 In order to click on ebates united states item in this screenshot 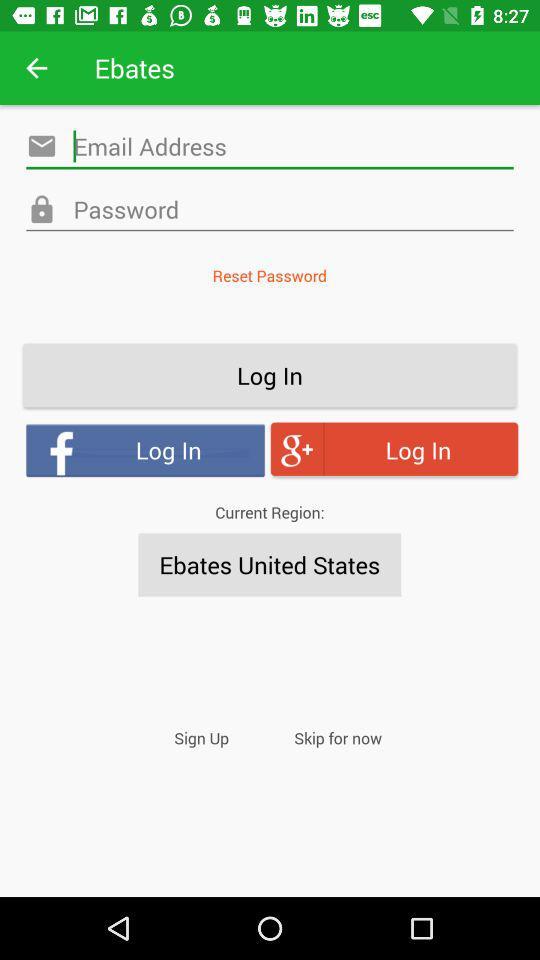, I will do `click(269, 565)`.